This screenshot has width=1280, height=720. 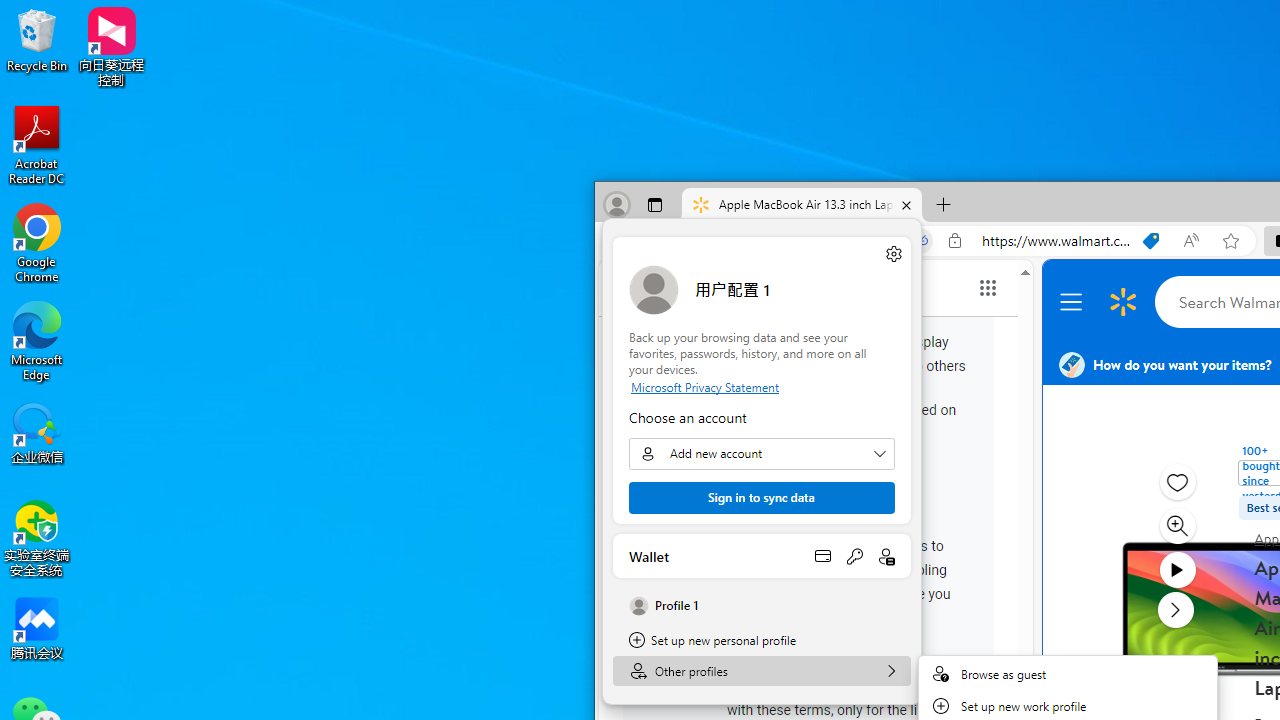 I want to click on 'This site has coupons! Shopping in Microsoft Edge, 7', so click(x=1151, y=240).